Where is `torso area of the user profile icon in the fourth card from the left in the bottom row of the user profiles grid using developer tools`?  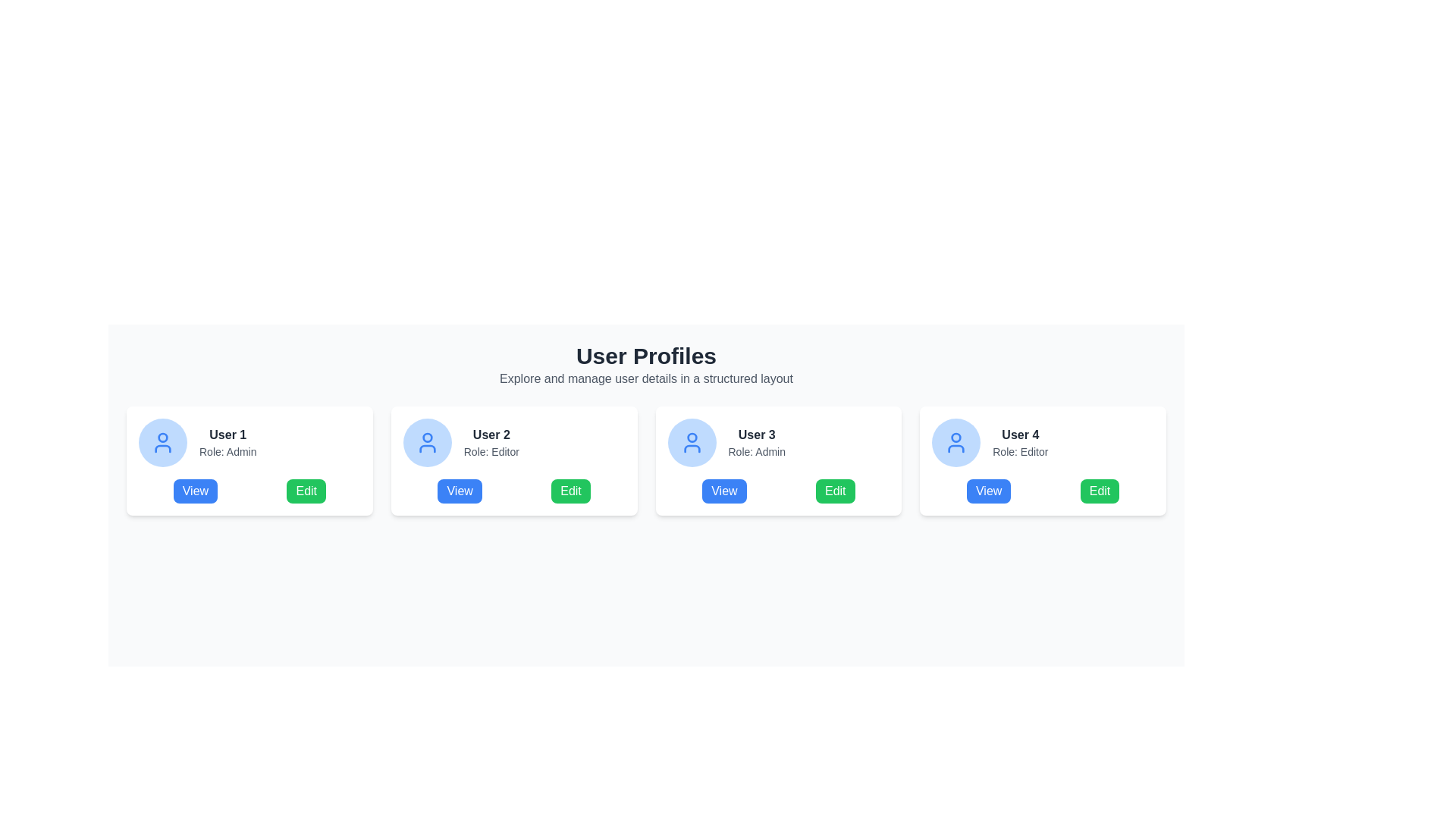 torso area of the user profile icon in the fourth card from the left in the bottom row of the user profiles grid using developer tools is located at coordinates (955, 447).